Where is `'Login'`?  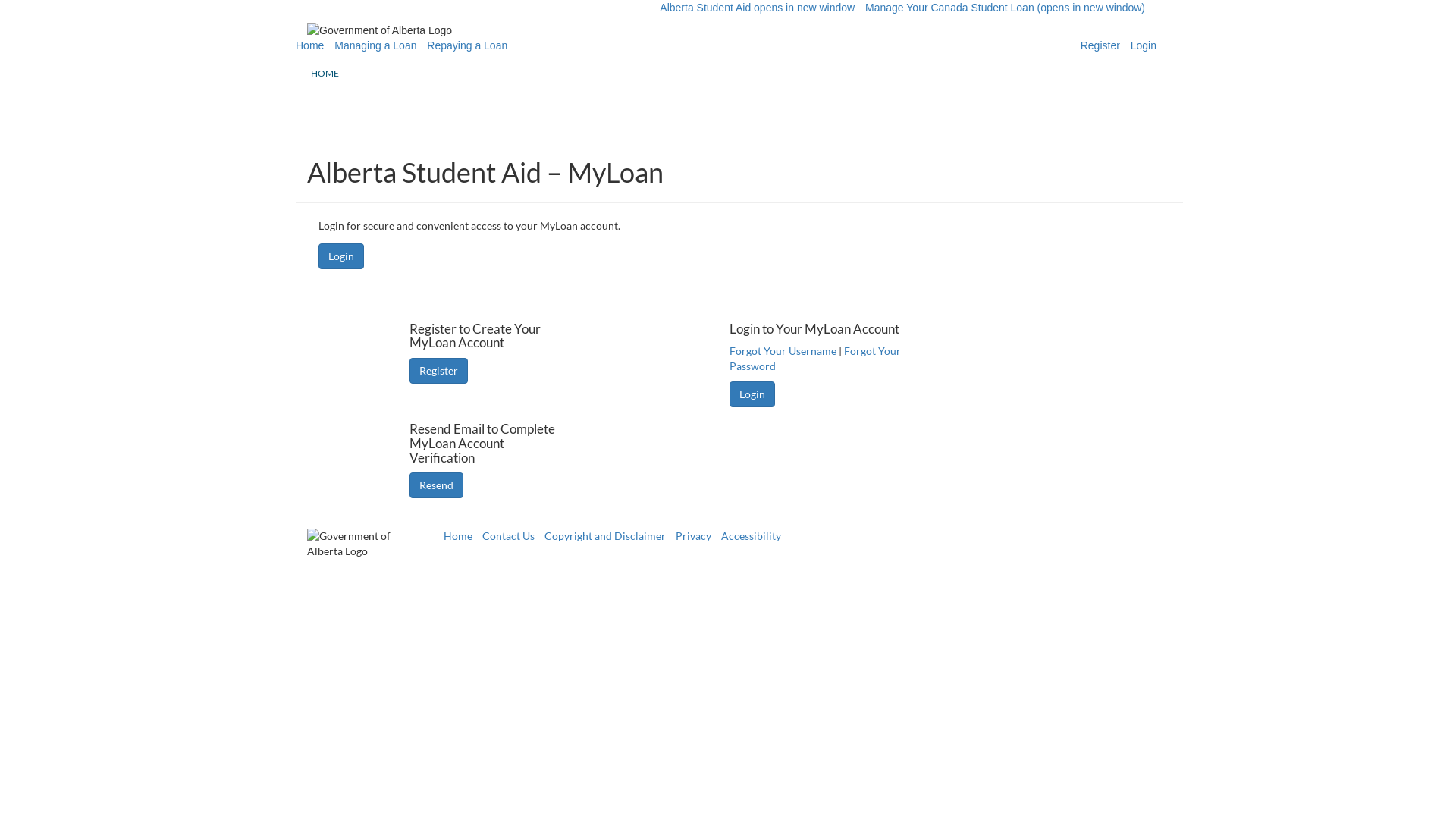
'Login' is located at coordinates (340, 256).